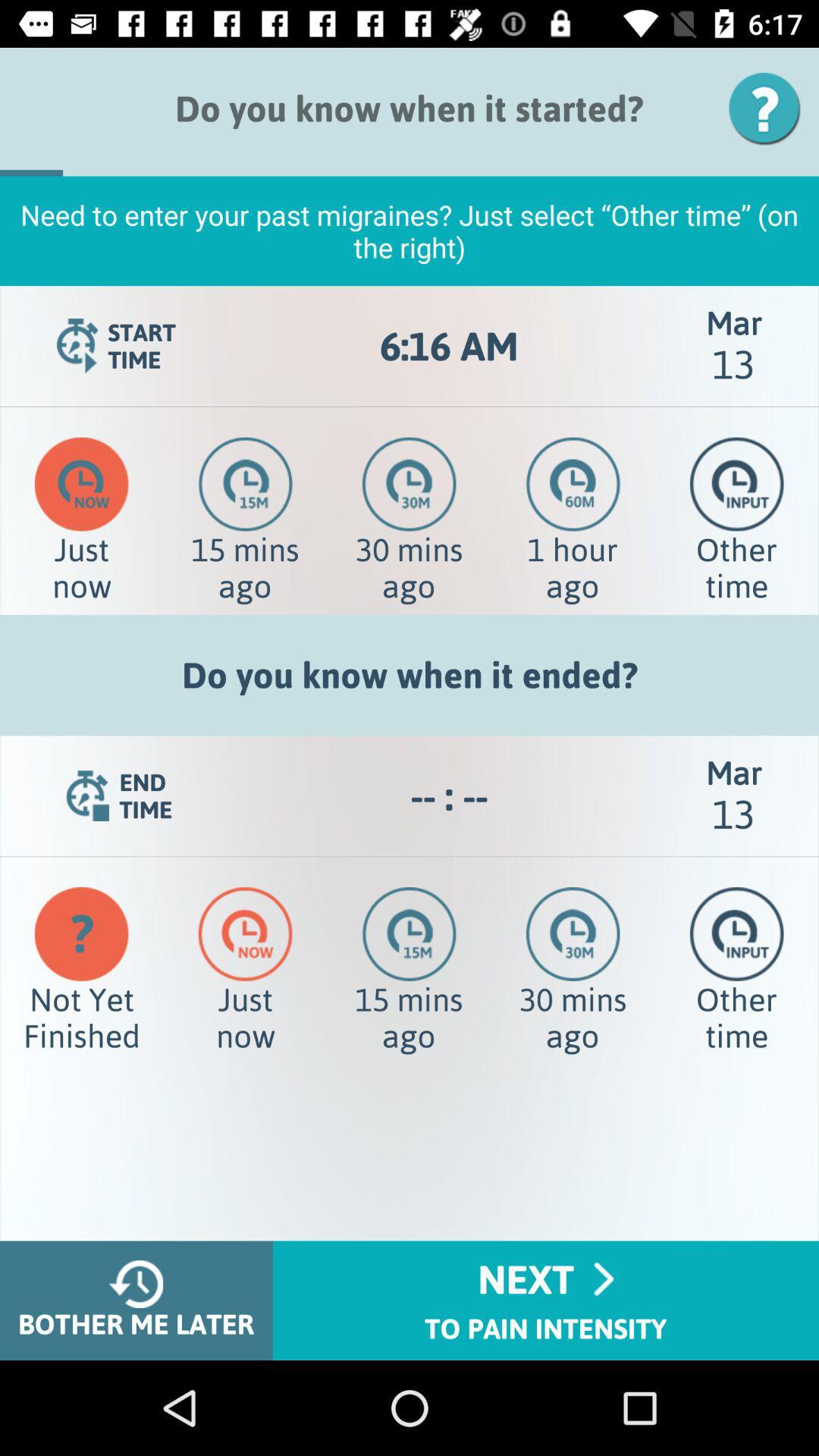 This screenshot has height=1456, width=819. Describe the element at coordinates (770, 108) in the screenshot. I see `the help icon` at that location.